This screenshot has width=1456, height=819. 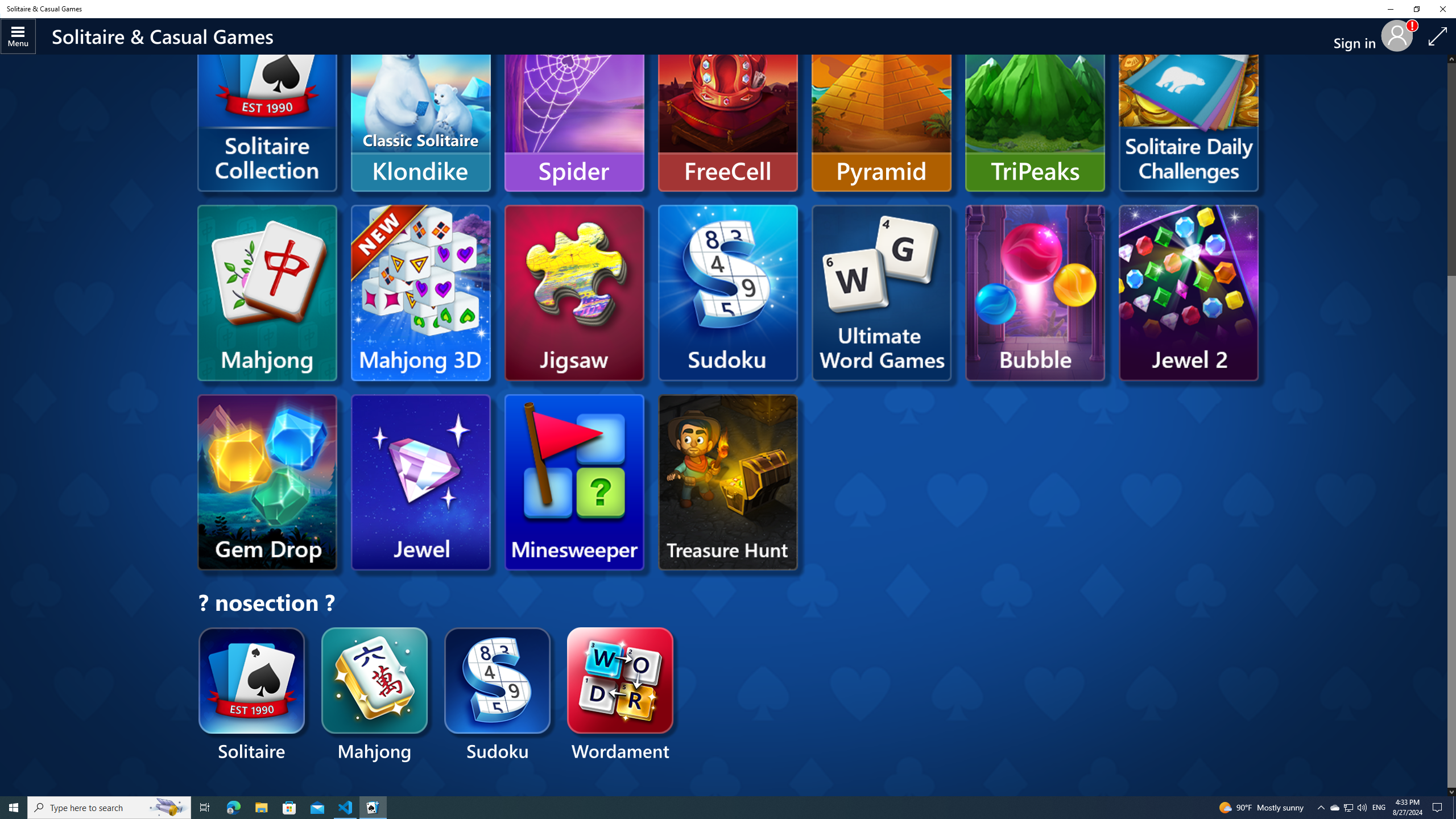 I want to click on 'Microsoft Gem Drop', so click(x=267, y=482).